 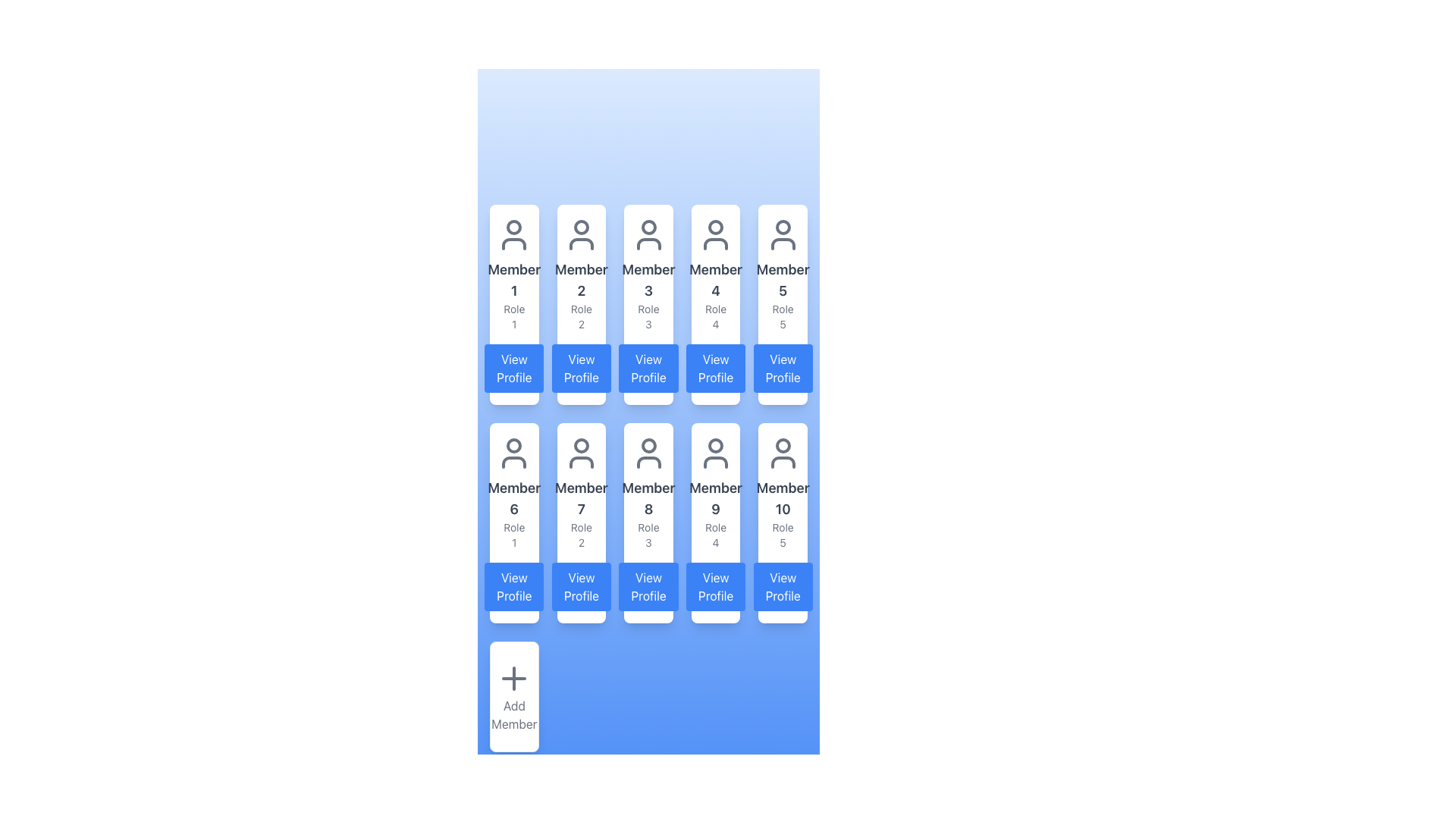 I want to click on the semicircular graphical icon component representing the lower part of the user icon for 'Member 10', located in the second row's fifth column, so click(x=783, y=461).